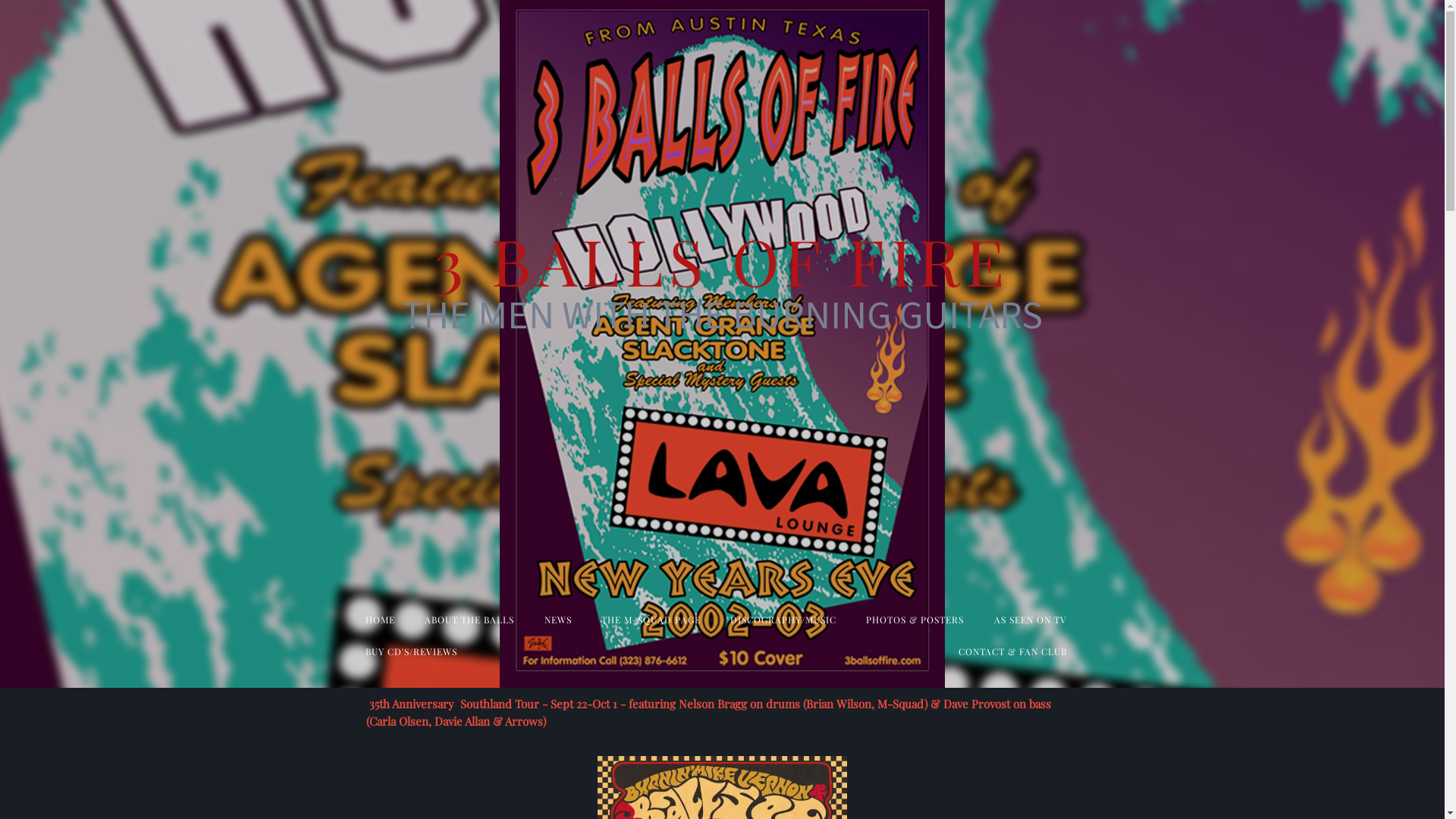 Image resolution: width=1456 pixels, height=819 pixels. What do you see at coordinates (1012, 651) in the screenshot?
I see `'CONTACT & FAN CLUB'` at bounding box center [1012, 651].